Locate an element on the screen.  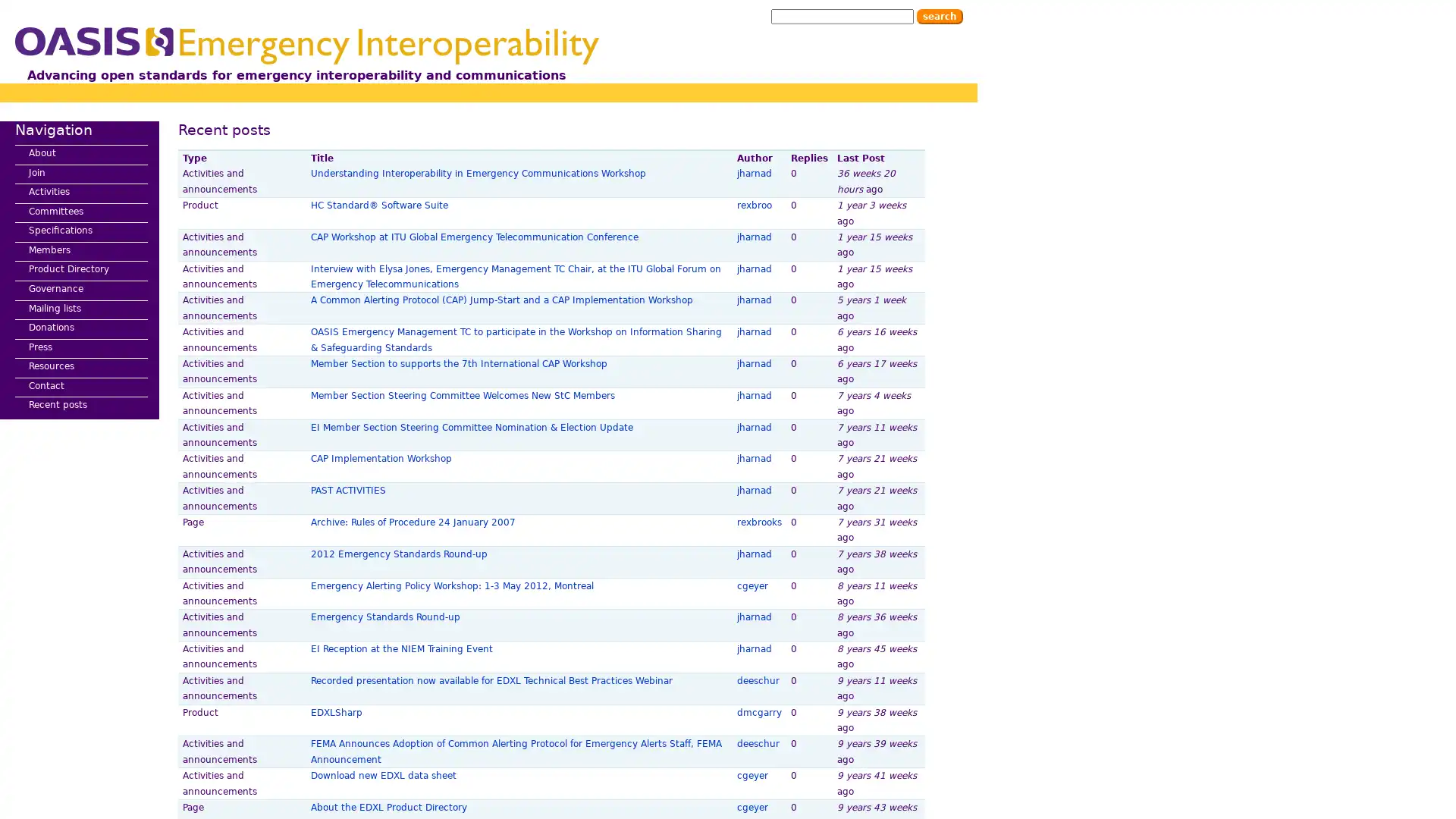
Search is located at coordinates (939, 17).